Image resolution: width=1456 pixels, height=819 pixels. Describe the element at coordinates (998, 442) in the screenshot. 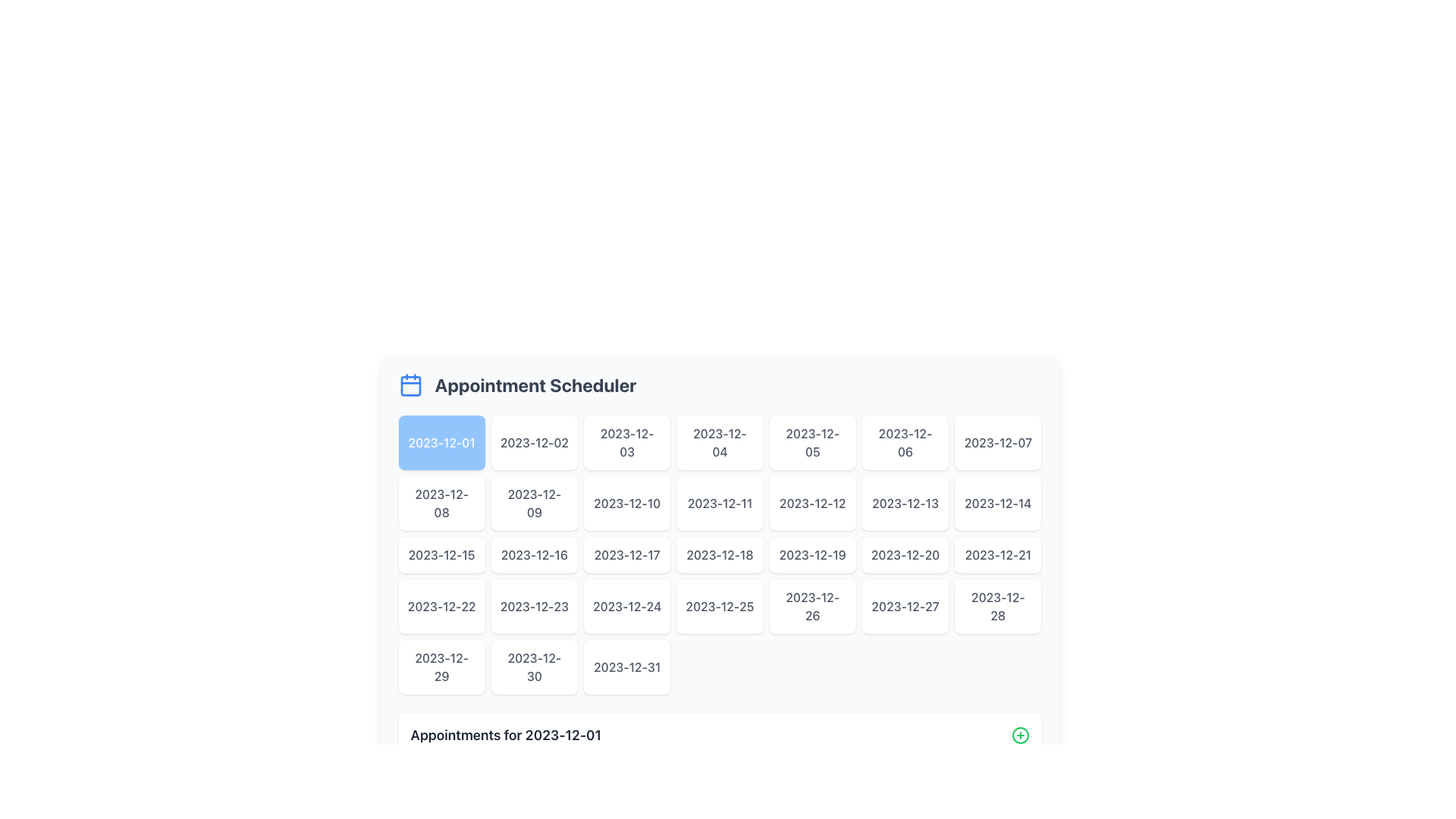

I see `the interactive button for the date '2023-12-07' located in the top-right corner of the Appointment Scheduler grid` at that location.